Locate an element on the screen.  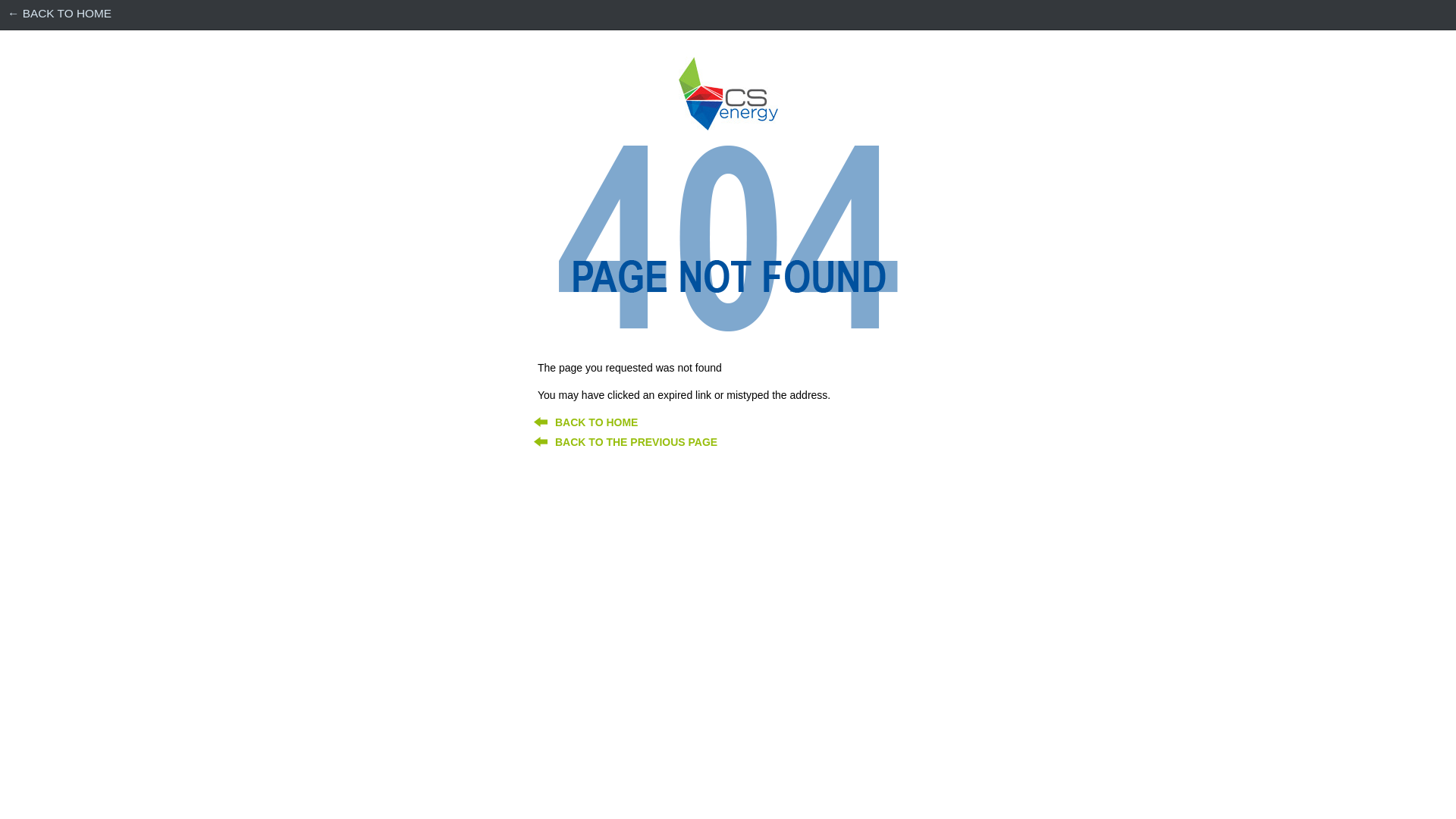
'BACK TO HOME' is located at coordinates (595, 422).